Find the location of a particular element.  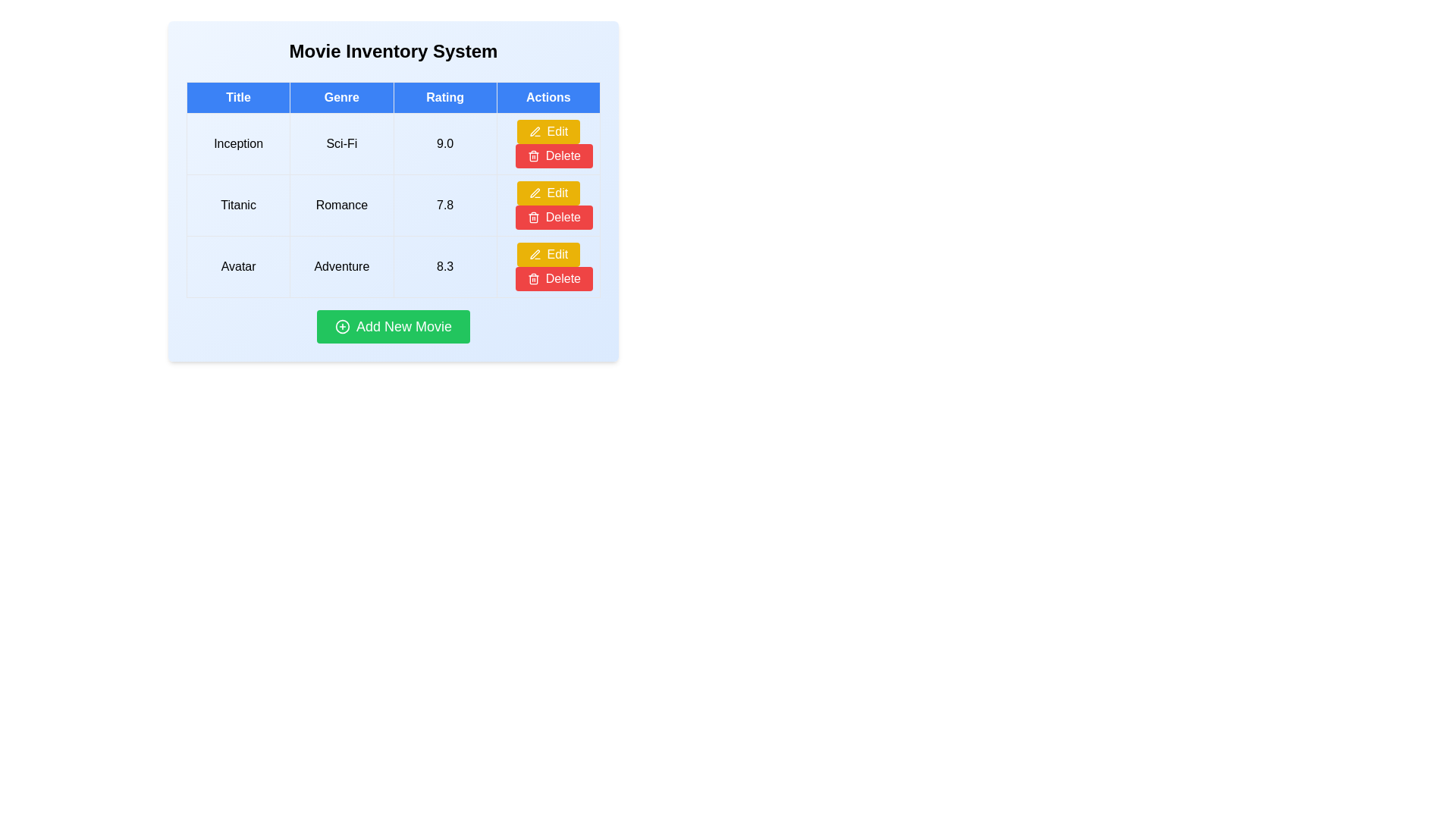

the trash bin icon in the 'Actions' column of the third row in the table, which is the leftmost icon in a pair of icons is located at coordinates (533, 280).